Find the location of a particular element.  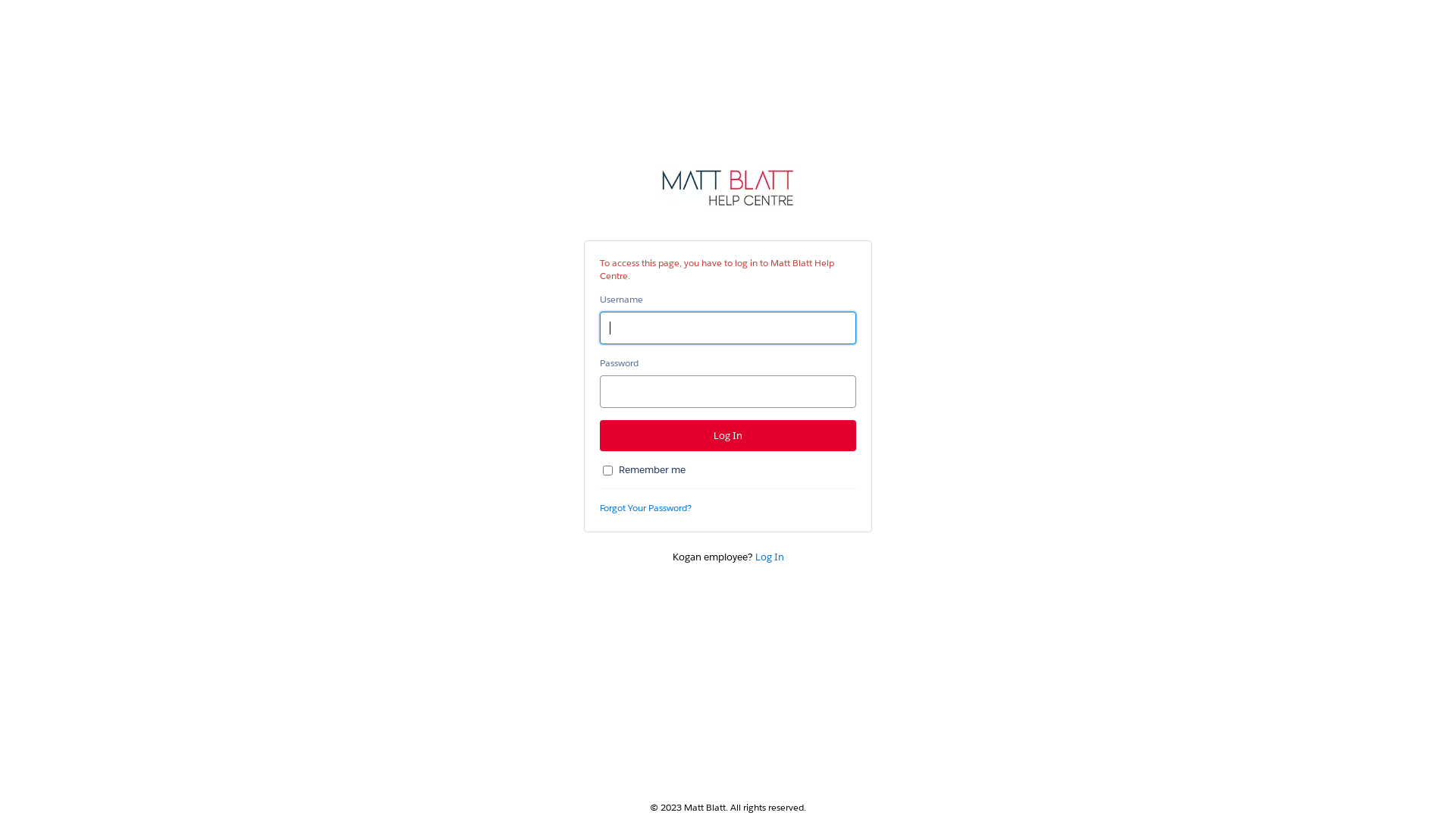

'Log In' is located at coordinates (769, 557).